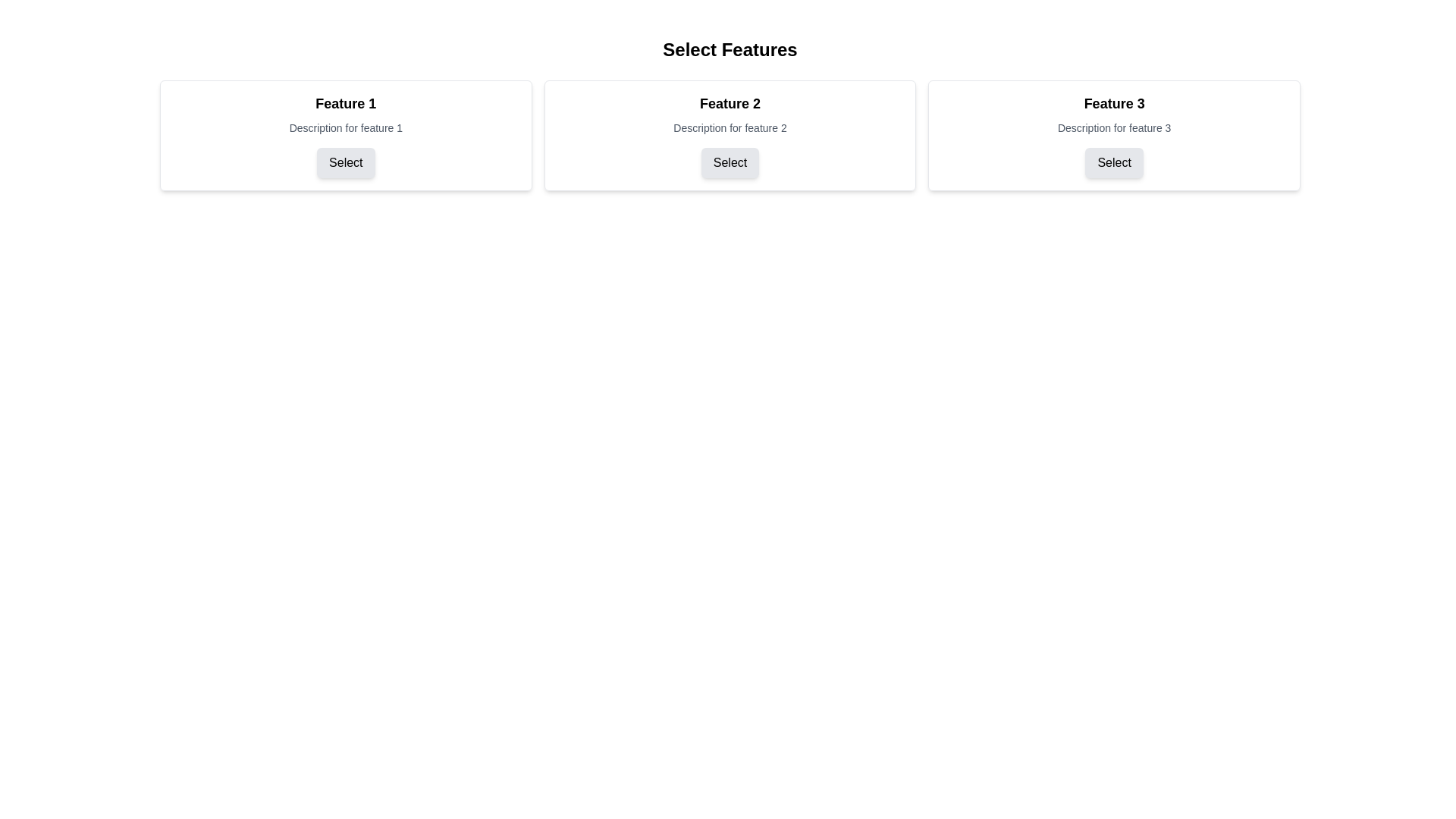  I want to click on the 'Select' button located at the bottom of the 'Feature 1' panel, so click(345, 163).